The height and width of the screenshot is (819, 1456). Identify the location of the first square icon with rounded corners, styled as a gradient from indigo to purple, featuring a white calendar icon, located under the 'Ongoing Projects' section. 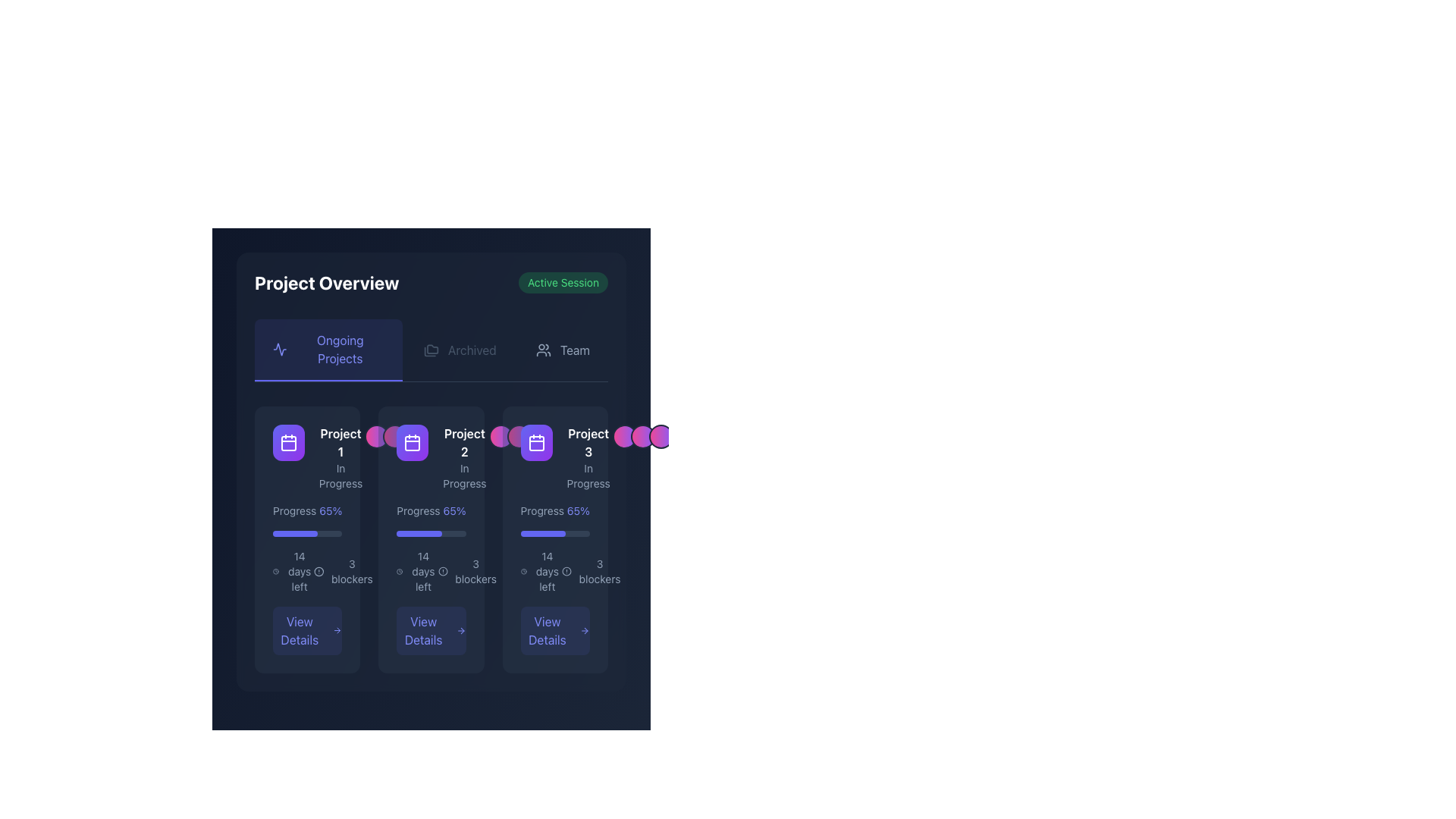
(288, 442).